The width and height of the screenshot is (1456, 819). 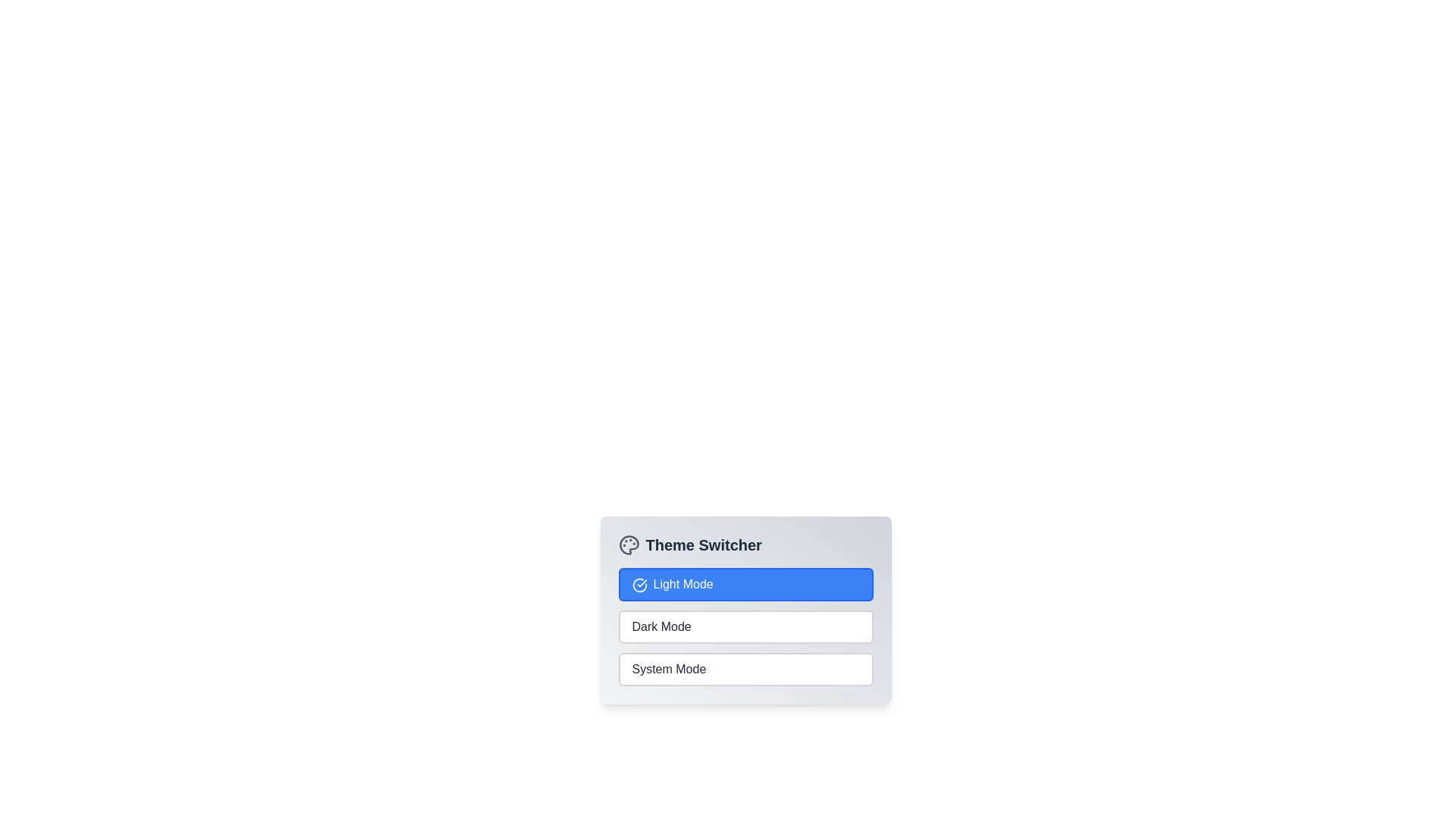 I want to click on the theme option Light Mode to switch to the corresponding theme, so click(x=745, y=584).